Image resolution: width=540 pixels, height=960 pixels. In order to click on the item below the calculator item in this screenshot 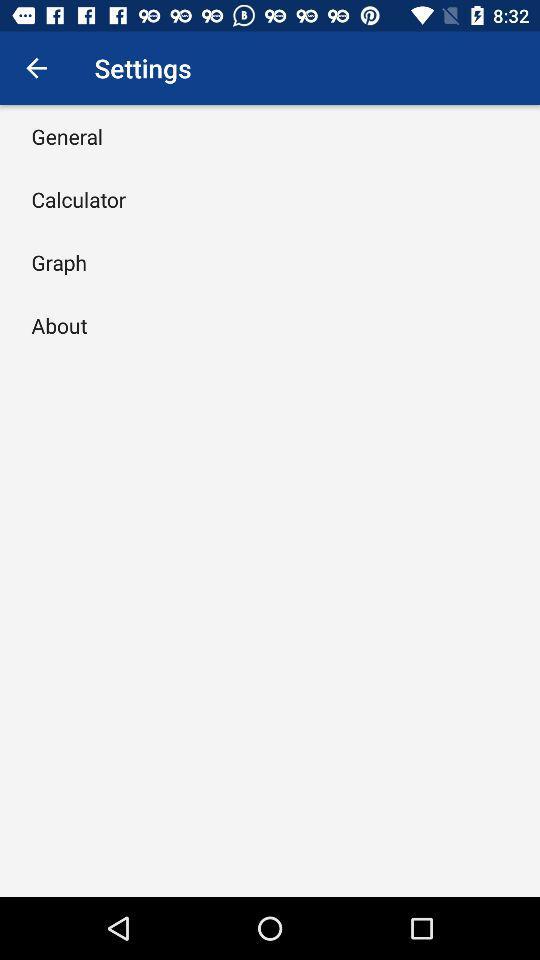, I will do `click(59, 261)`.